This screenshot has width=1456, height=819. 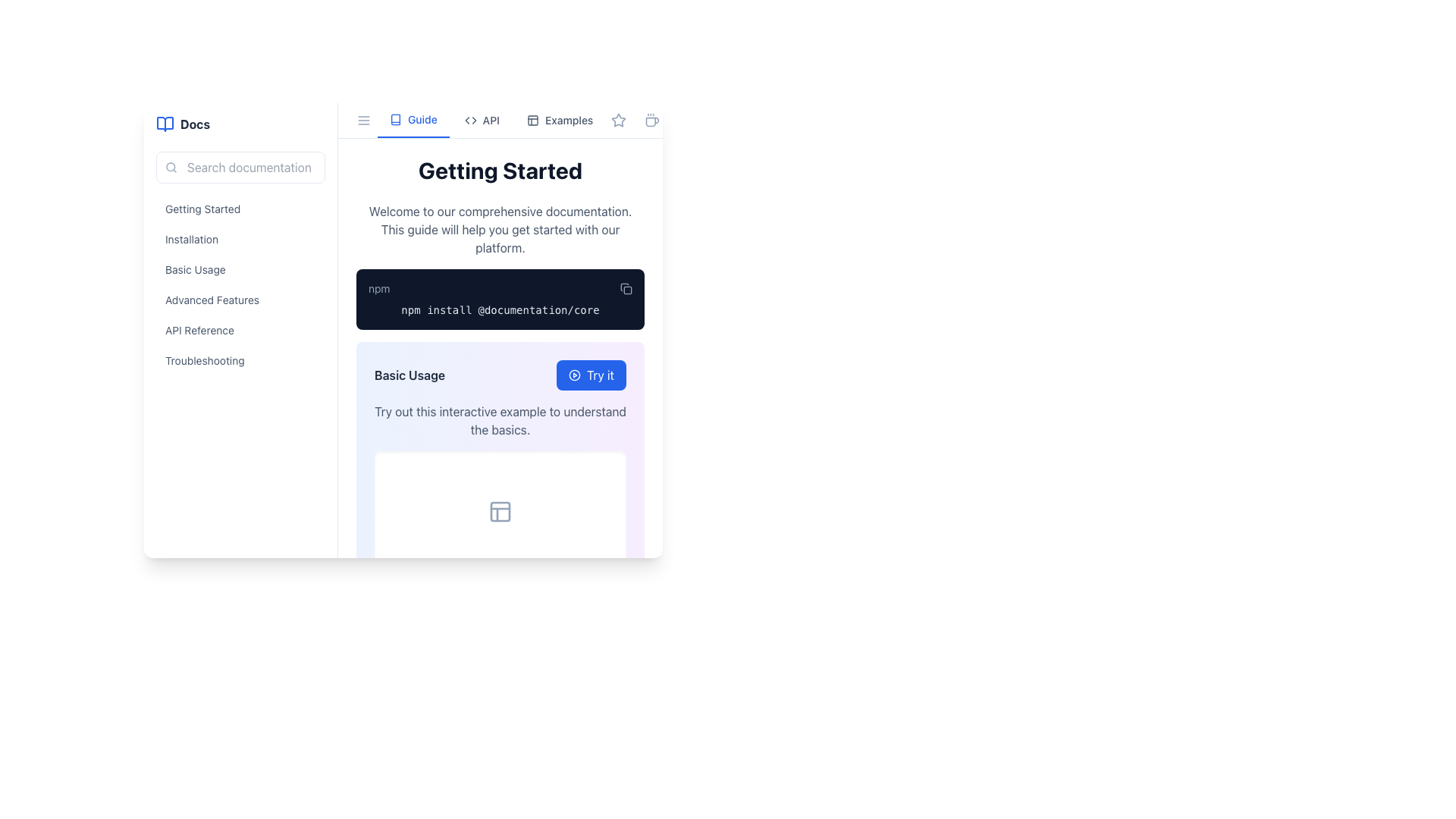 What do you see at coordinates (491, 119) in the screenshot?
I see `the 'API' navigation tab` at bounding box center [491, 119].